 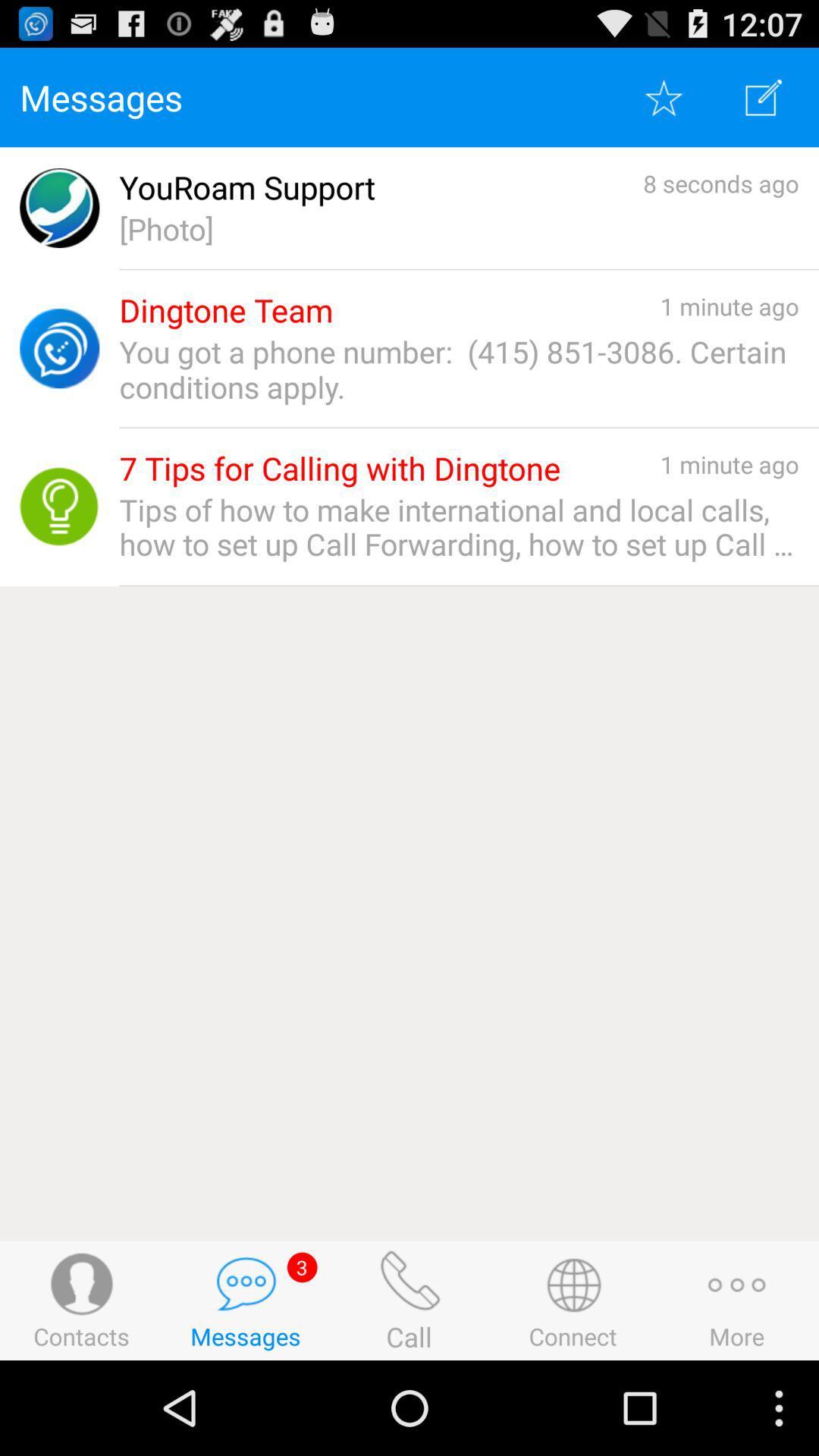 What do you see at coordinates (764, 96) in the screenshot?
I see `change view` at bounding box center [764, 96].